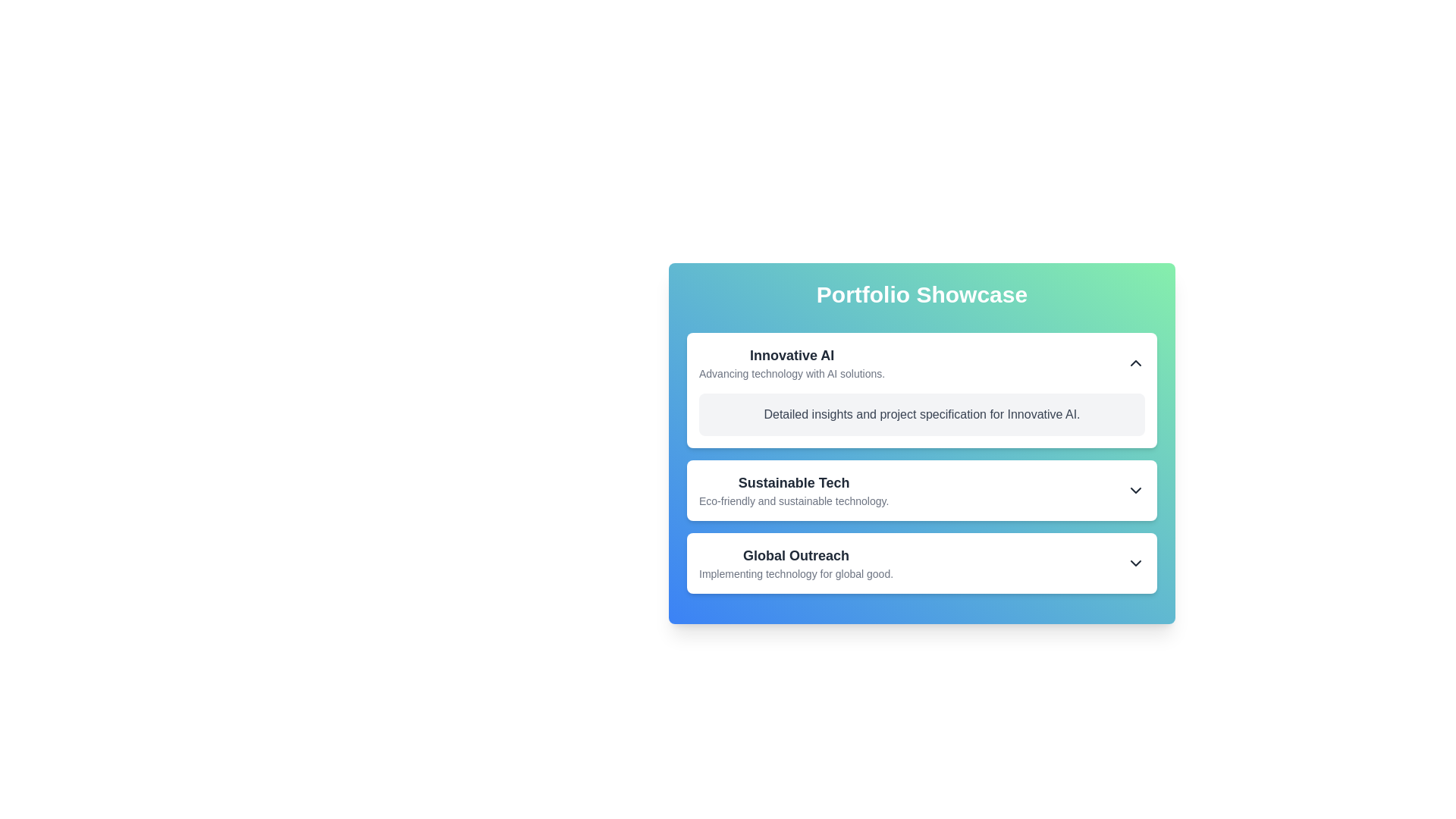 The width and height of the screenshot is (1456, 819). I want to click on the text label providing additional information about the 'Innovative AI' heading in the first card of the 'Portfolio Showcase', so click(791, 374).